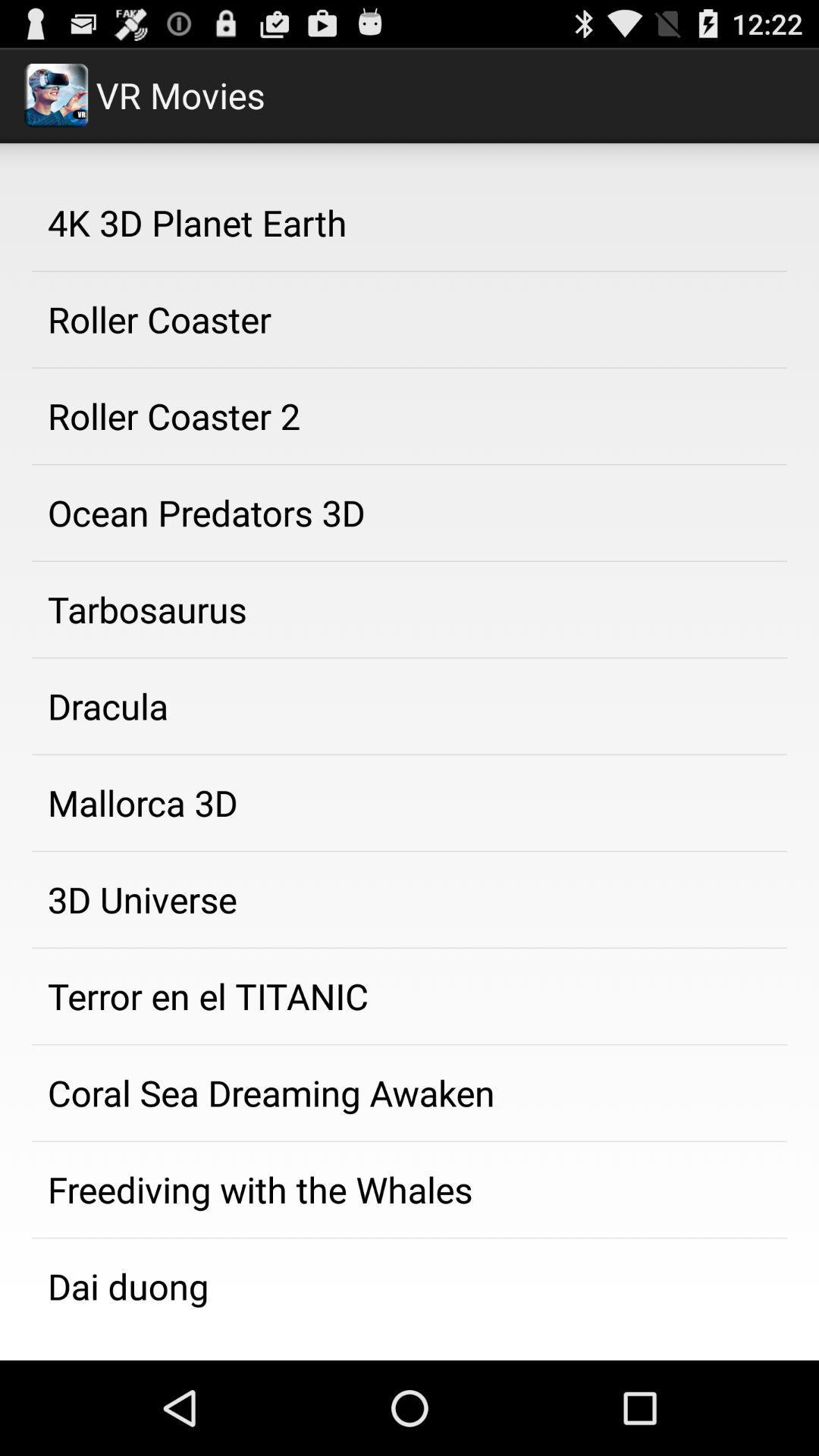  I want to click on the icon below coral sea dreaming item, so click(409, 1189).